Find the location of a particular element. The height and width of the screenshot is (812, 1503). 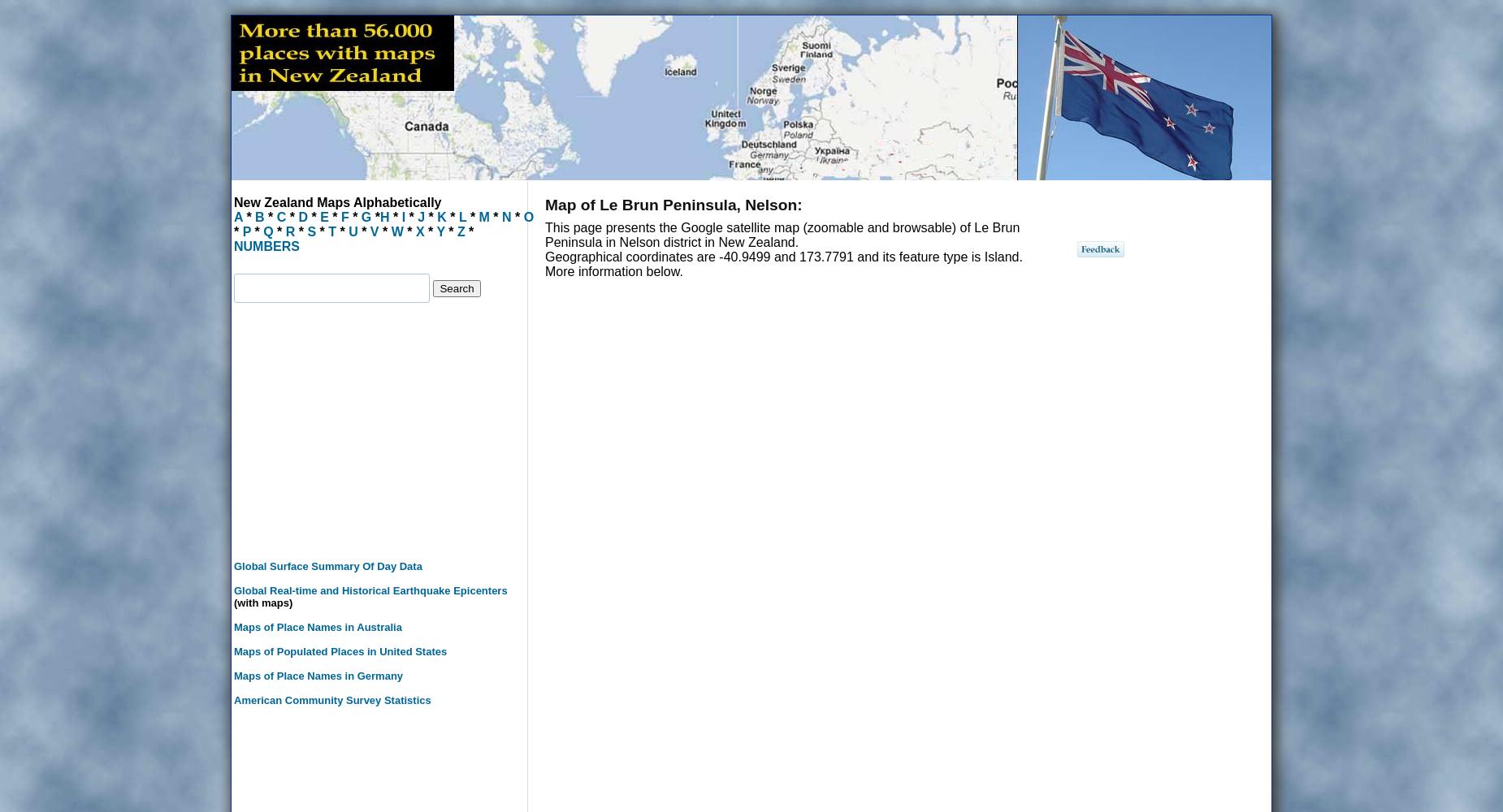

'N' is located at coordinates (506, 217).